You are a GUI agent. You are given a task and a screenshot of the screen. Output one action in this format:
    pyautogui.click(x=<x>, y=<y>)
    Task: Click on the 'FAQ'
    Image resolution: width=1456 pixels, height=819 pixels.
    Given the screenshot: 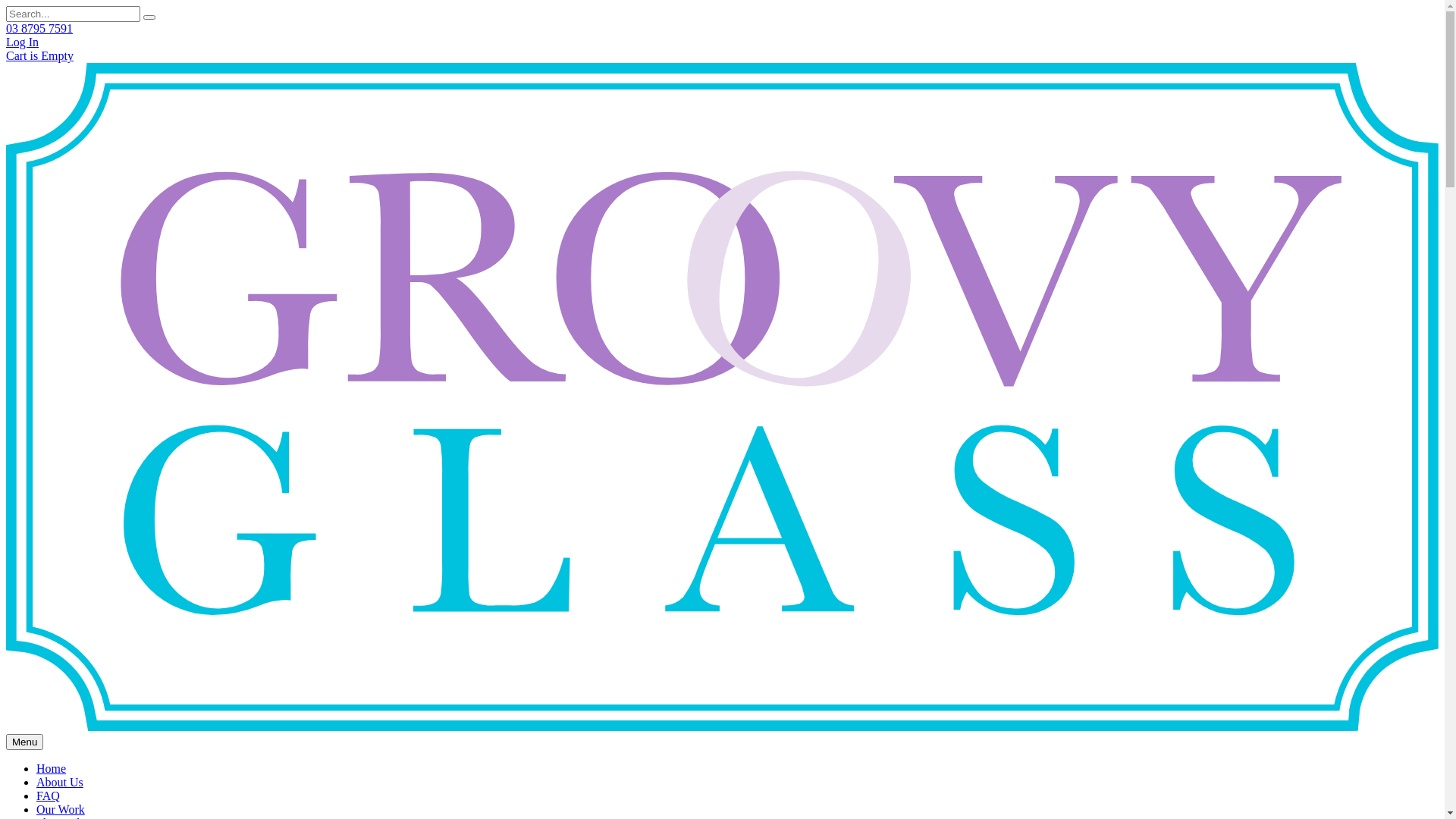 What is the action you would take?
    pyautogui.click(x=48, y=795)
    